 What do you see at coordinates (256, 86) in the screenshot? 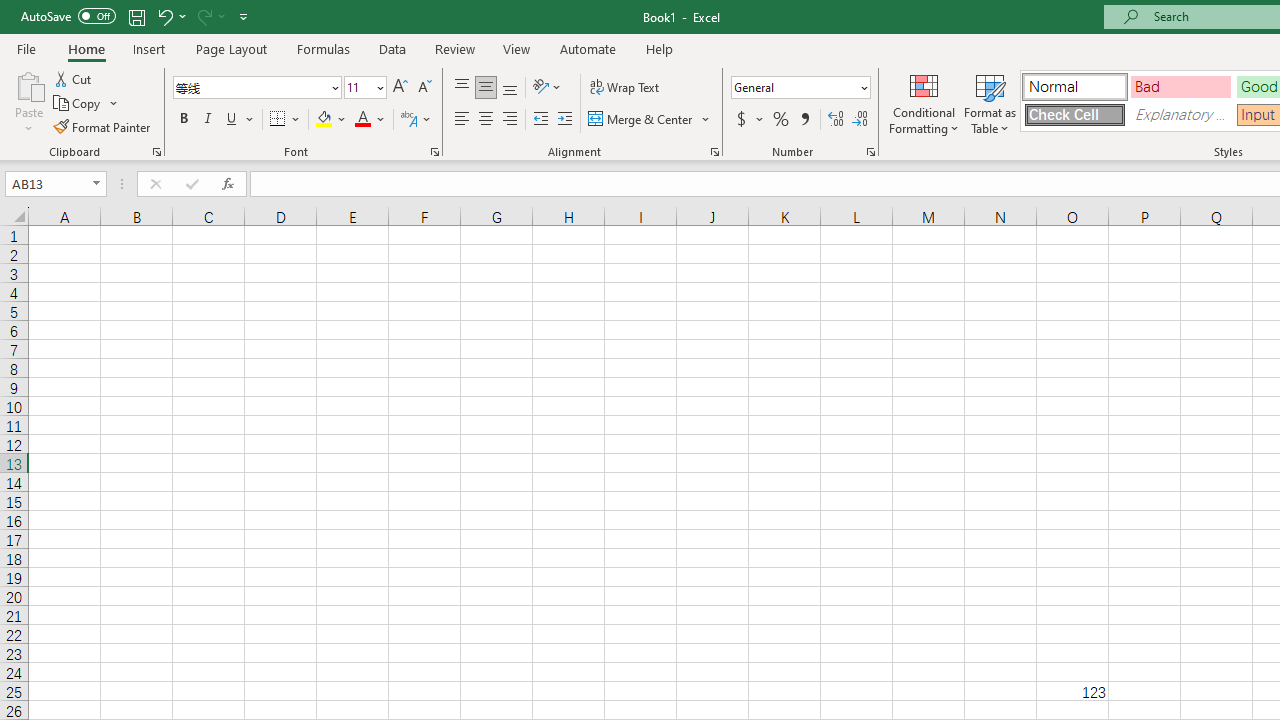
I see `'Font'` at bounding box center [256, 86].